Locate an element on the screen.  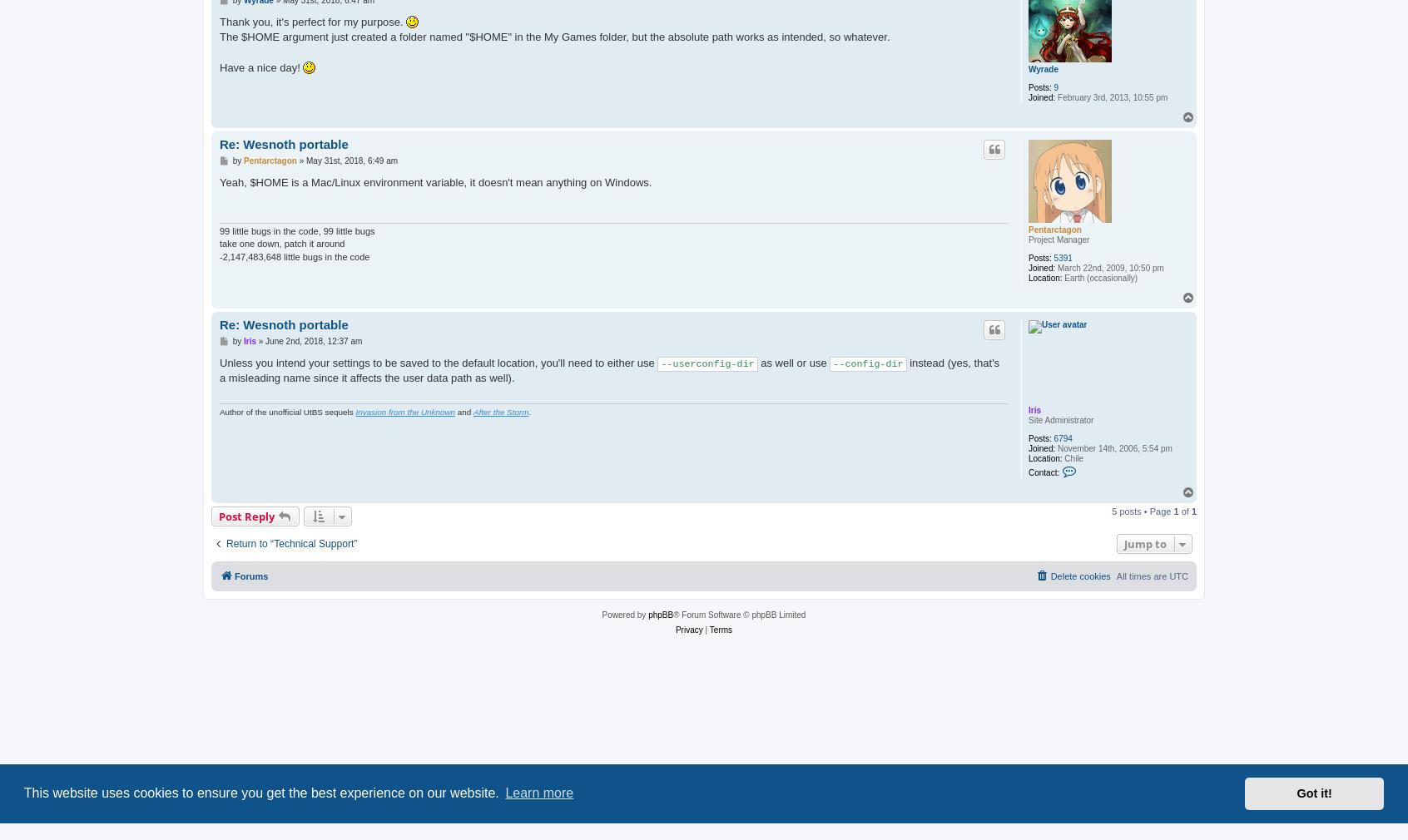
'Forums' is located at coordinates (250, 575).